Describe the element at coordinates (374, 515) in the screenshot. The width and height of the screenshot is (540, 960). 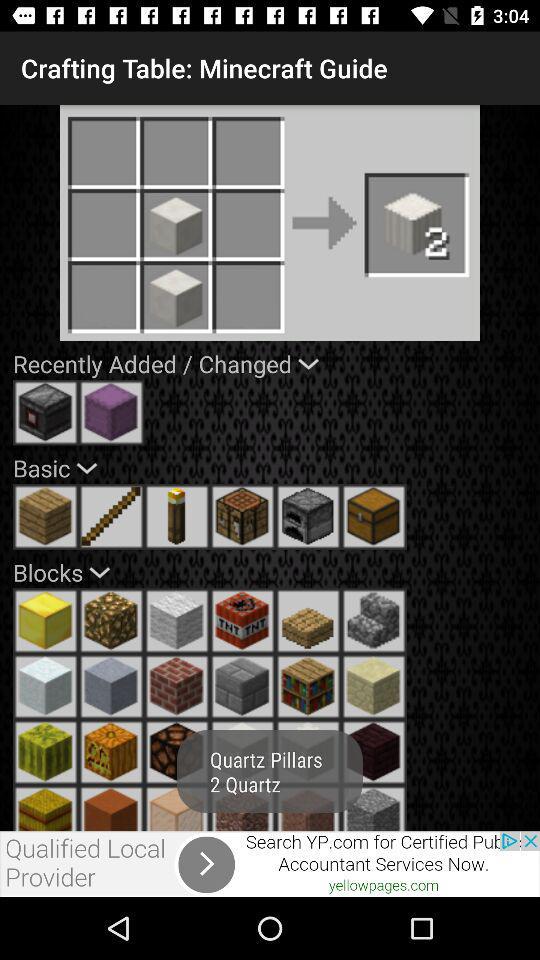
I see `the box` at that location.